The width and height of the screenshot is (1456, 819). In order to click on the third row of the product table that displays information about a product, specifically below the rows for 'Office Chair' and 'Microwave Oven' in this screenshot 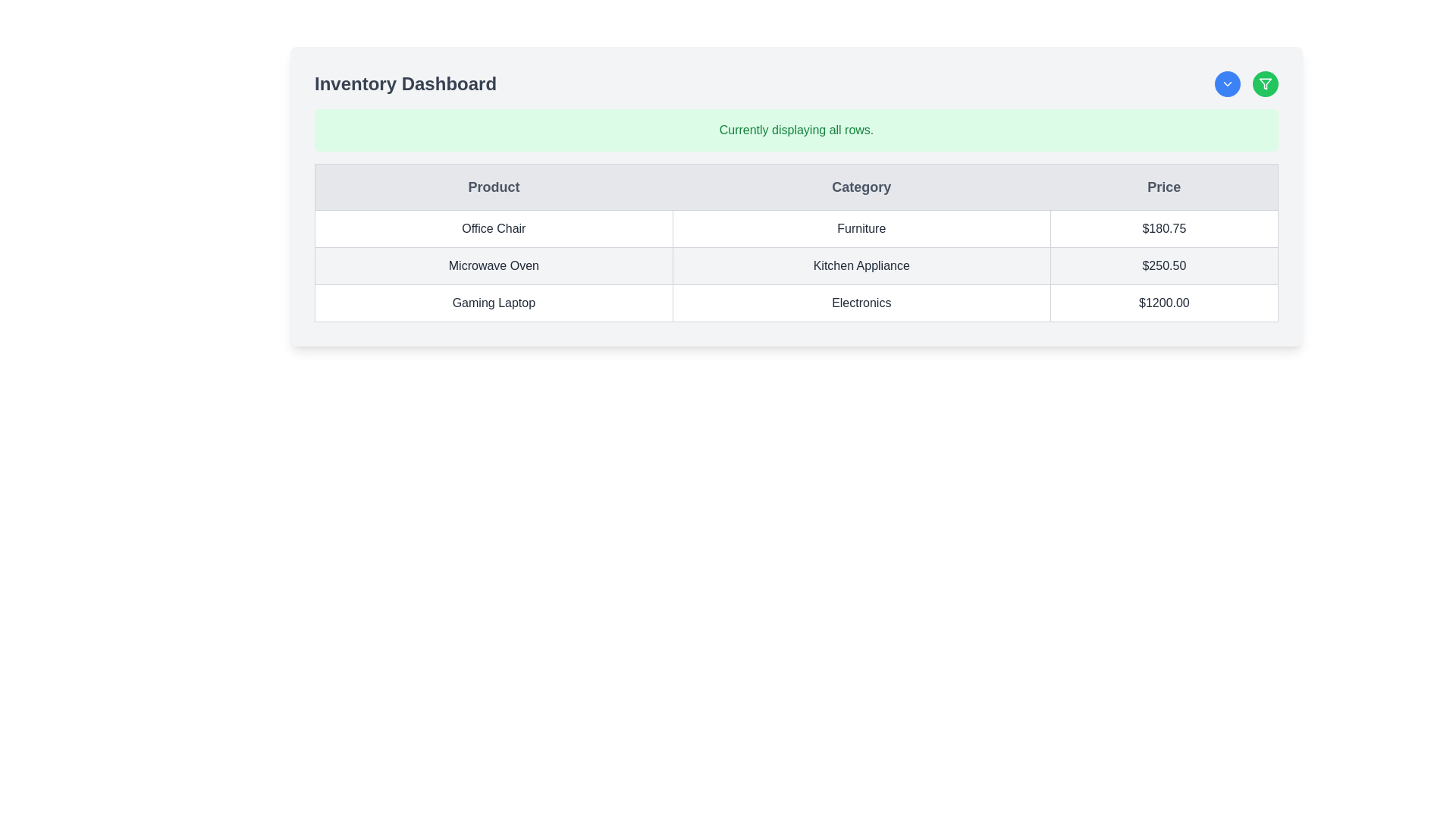, I will do `click(795, 303)`.